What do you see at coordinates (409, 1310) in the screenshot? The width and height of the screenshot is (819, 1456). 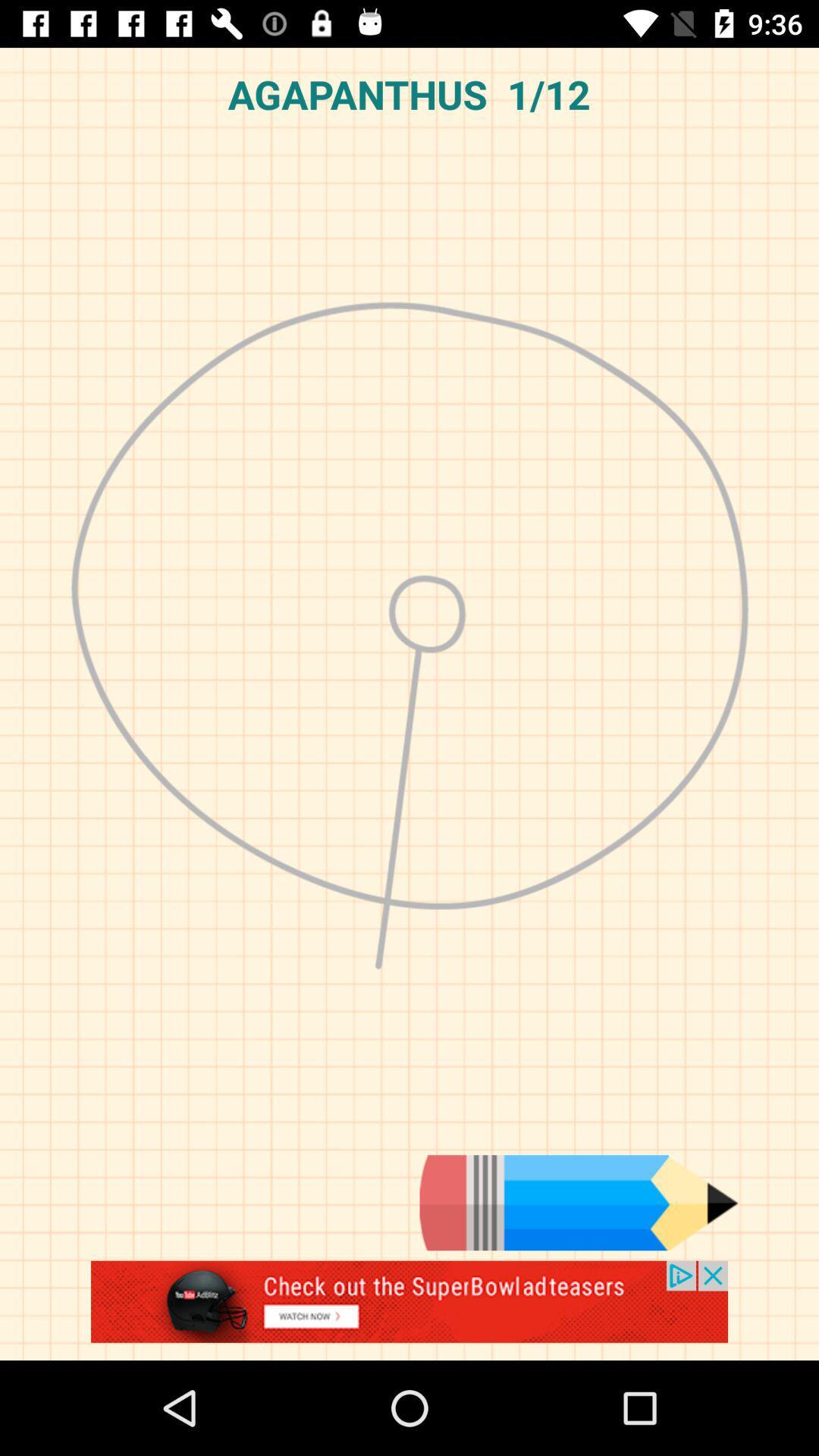 I see `advertisement` at bounding box center [409, 1310].